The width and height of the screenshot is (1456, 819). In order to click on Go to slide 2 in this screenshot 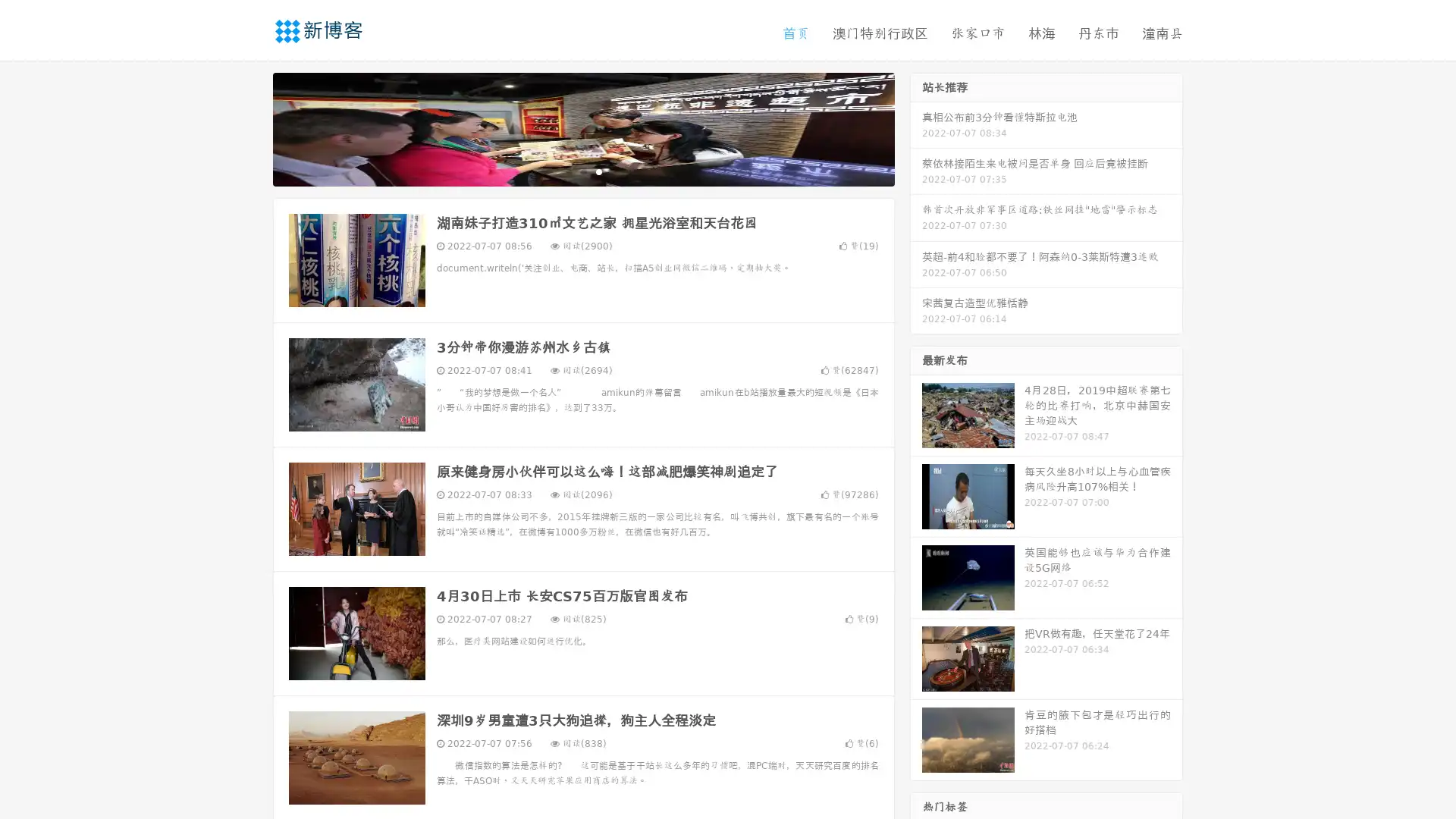, I will do `click(582, 171)`.